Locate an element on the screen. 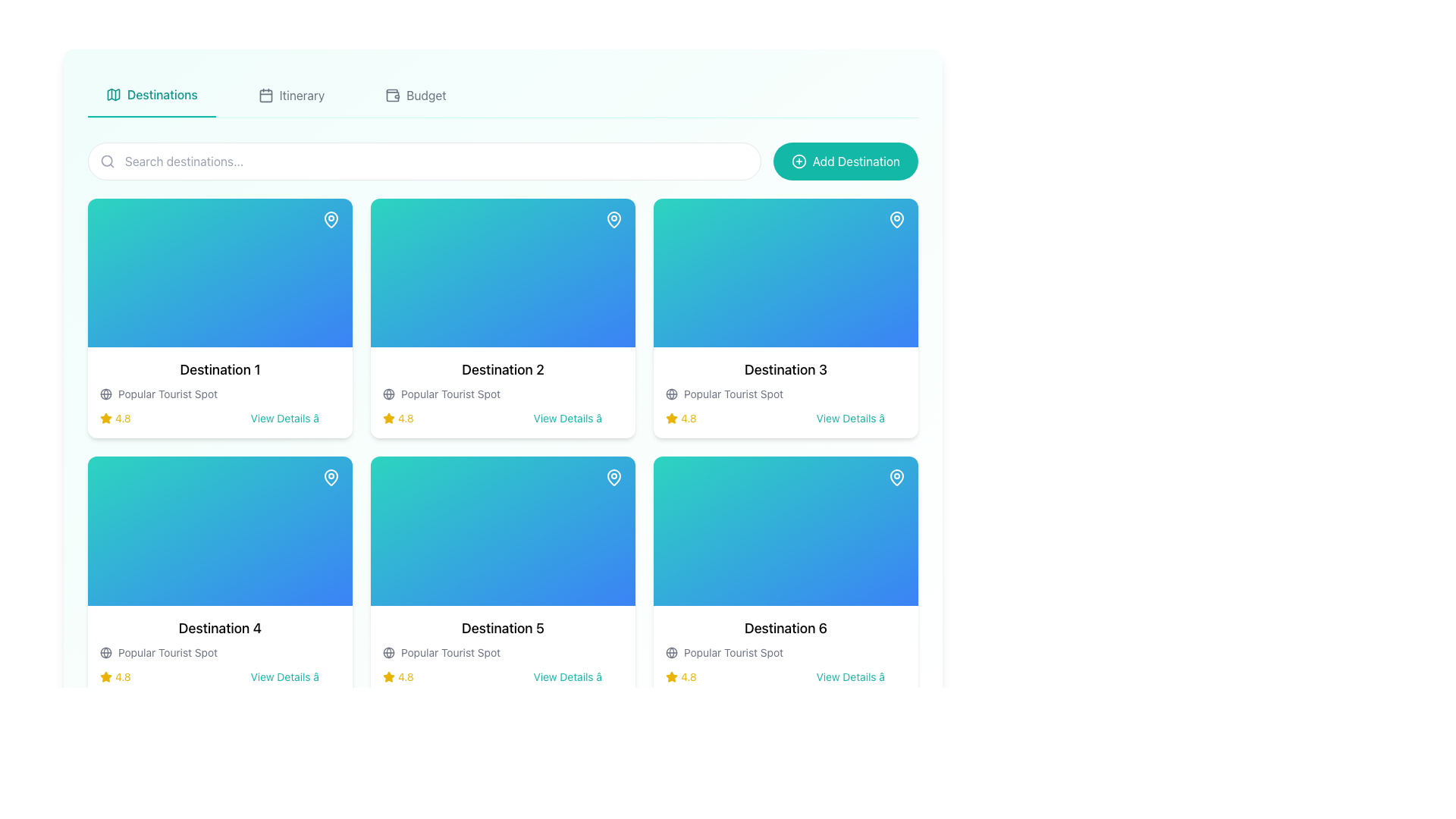  the text display showing the value '4.8' styled in yellow, which is positioned next to a yellow star icon in the card for 'Destination 3' is located at coordinates (680, 419).